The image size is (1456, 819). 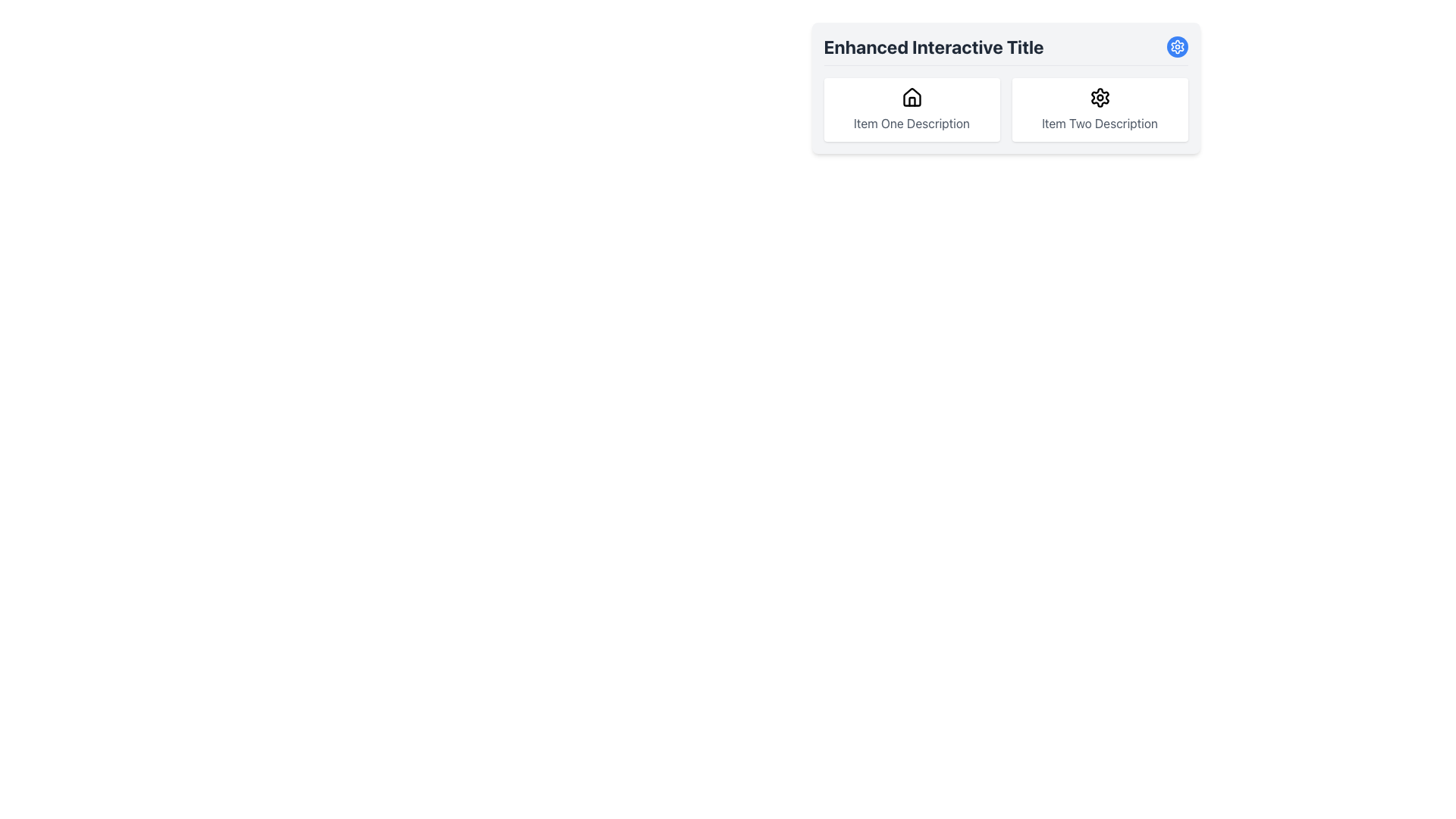 What do you see at coordinates (1100, 97) in the screenshot?
I see `the cogwheel icon button located in the upper right corner of the 'Enhanced Interactive Title' card` at bounding box center [1100, 97].